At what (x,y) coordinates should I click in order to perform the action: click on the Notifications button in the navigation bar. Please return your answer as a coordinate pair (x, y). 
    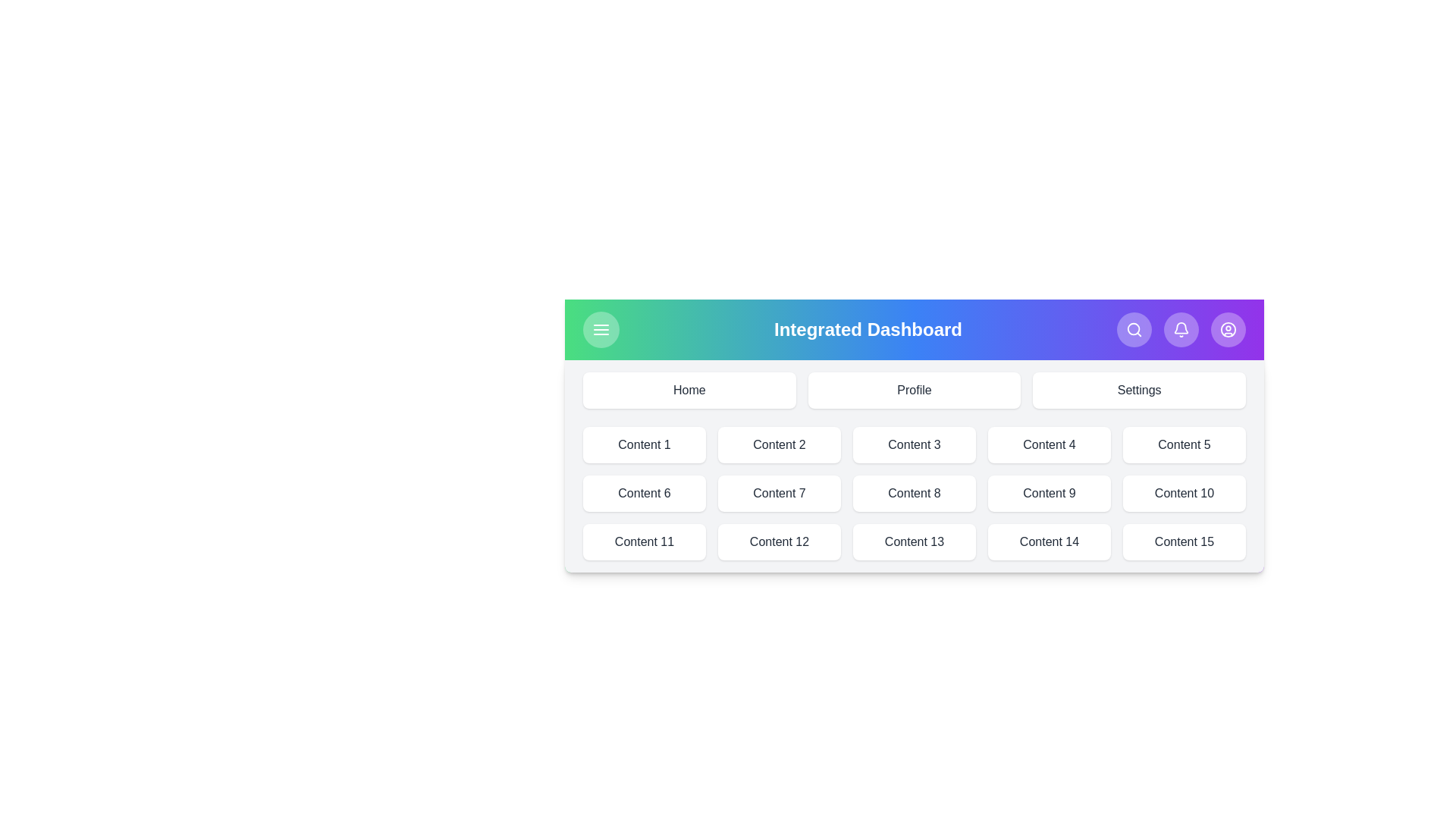
    Looking at the image, I should click on (1180, 329).